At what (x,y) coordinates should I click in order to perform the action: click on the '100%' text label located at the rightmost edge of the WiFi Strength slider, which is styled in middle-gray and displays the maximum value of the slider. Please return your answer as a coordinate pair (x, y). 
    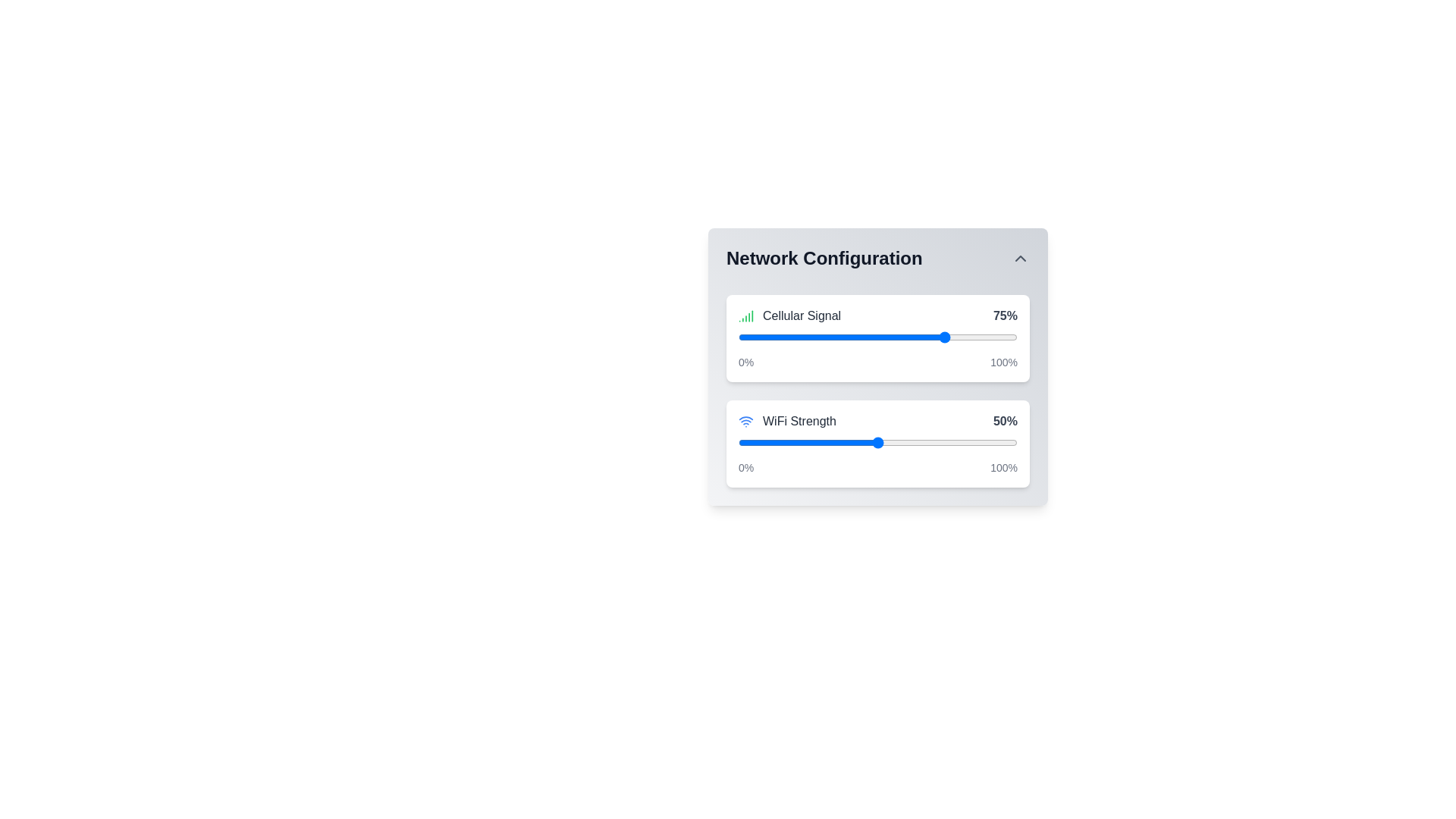
    Looking at the image, I should click on (1004, 467).